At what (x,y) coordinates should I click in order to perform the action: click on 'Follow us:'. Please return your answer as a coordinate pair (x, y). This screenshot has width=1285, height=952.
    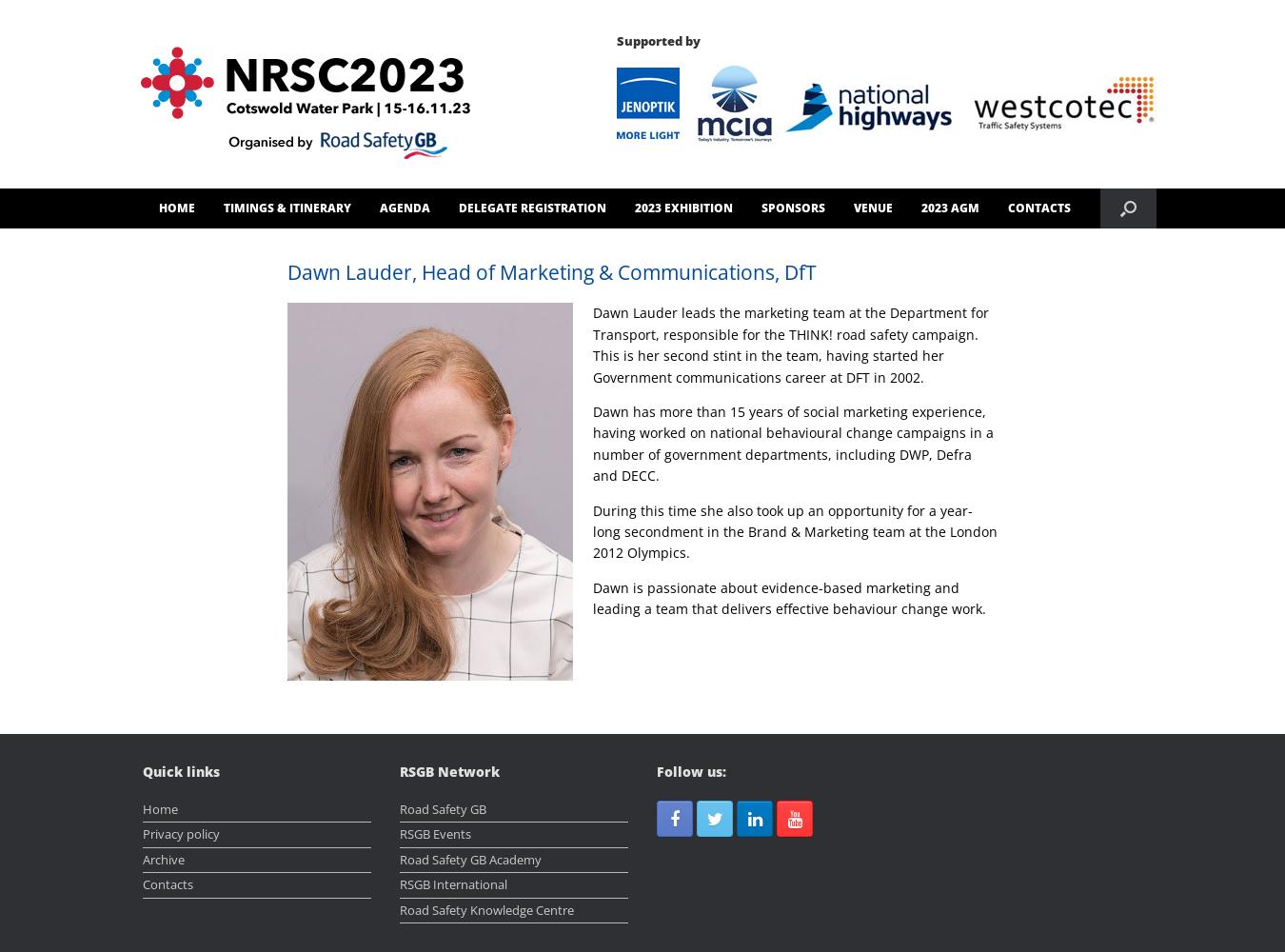
    Looking at the image, I should click on (690, 771).